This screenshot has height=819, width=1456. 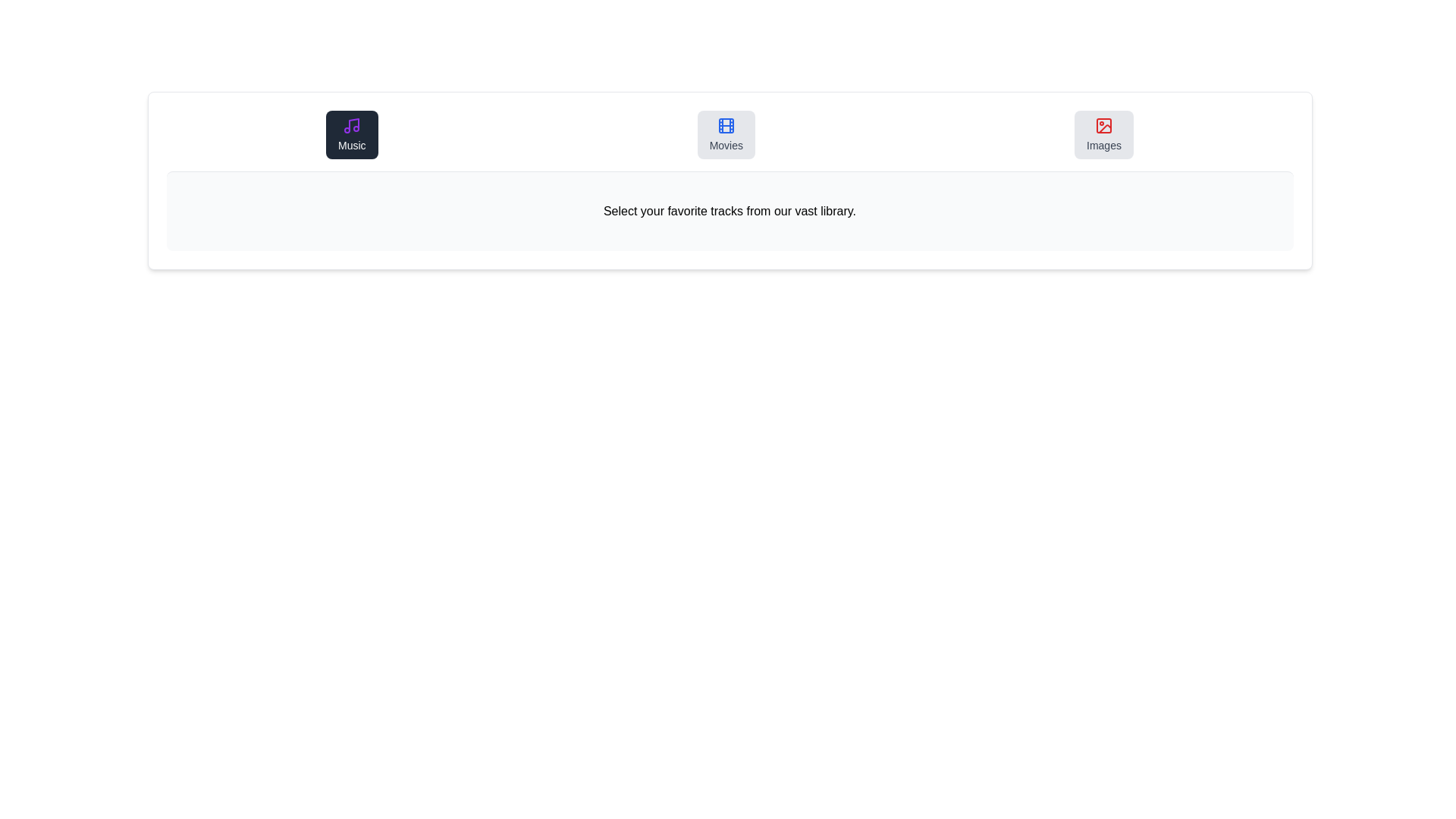 What do you see at coordinates (725, 133) in the screenshot?
I see `the icon and label of the tab Movies` at bounding box center [725, 133].